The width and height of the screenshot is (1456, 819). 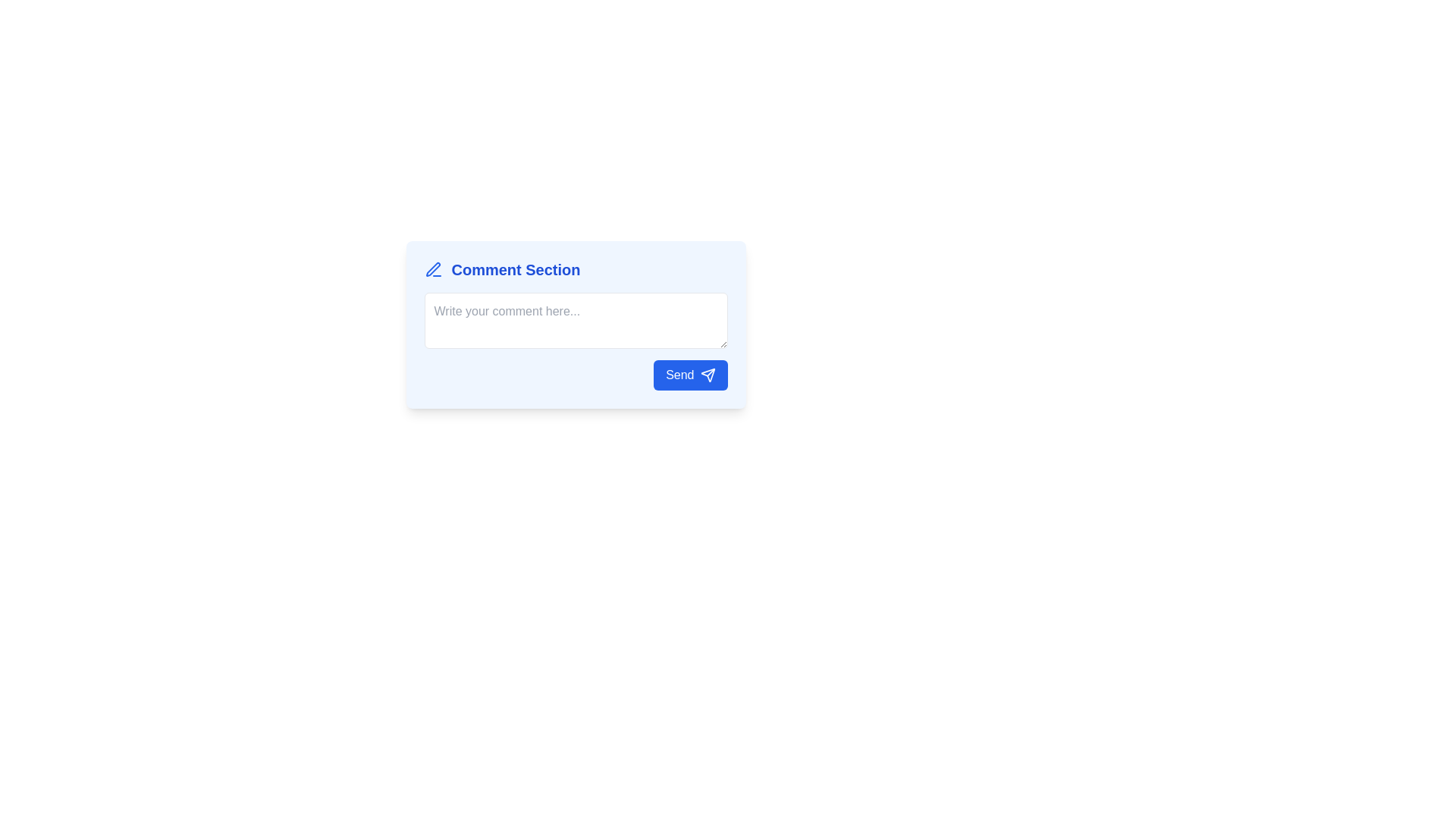 What do you see at coordinates (707, 375) in the screenshot?
I see `the blue paper plane-shaped icon adjacent to the 'Send' button located in the bottom-right corner of the comment input section` at bounding box center [707, 375].